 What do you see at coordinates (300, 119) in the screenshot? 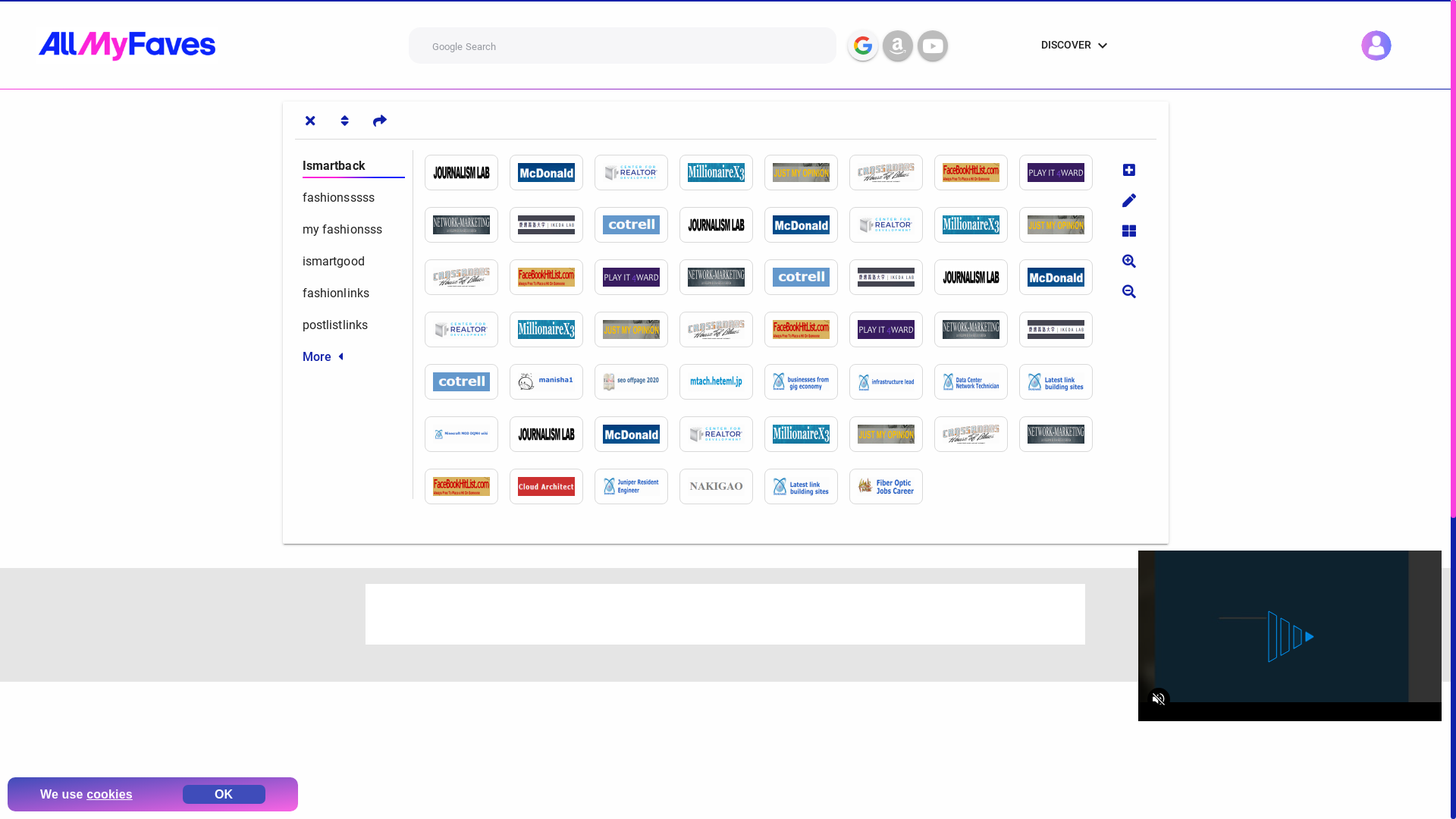
I see `'Show/Hide tabs'` at bounding box center [300, 119].